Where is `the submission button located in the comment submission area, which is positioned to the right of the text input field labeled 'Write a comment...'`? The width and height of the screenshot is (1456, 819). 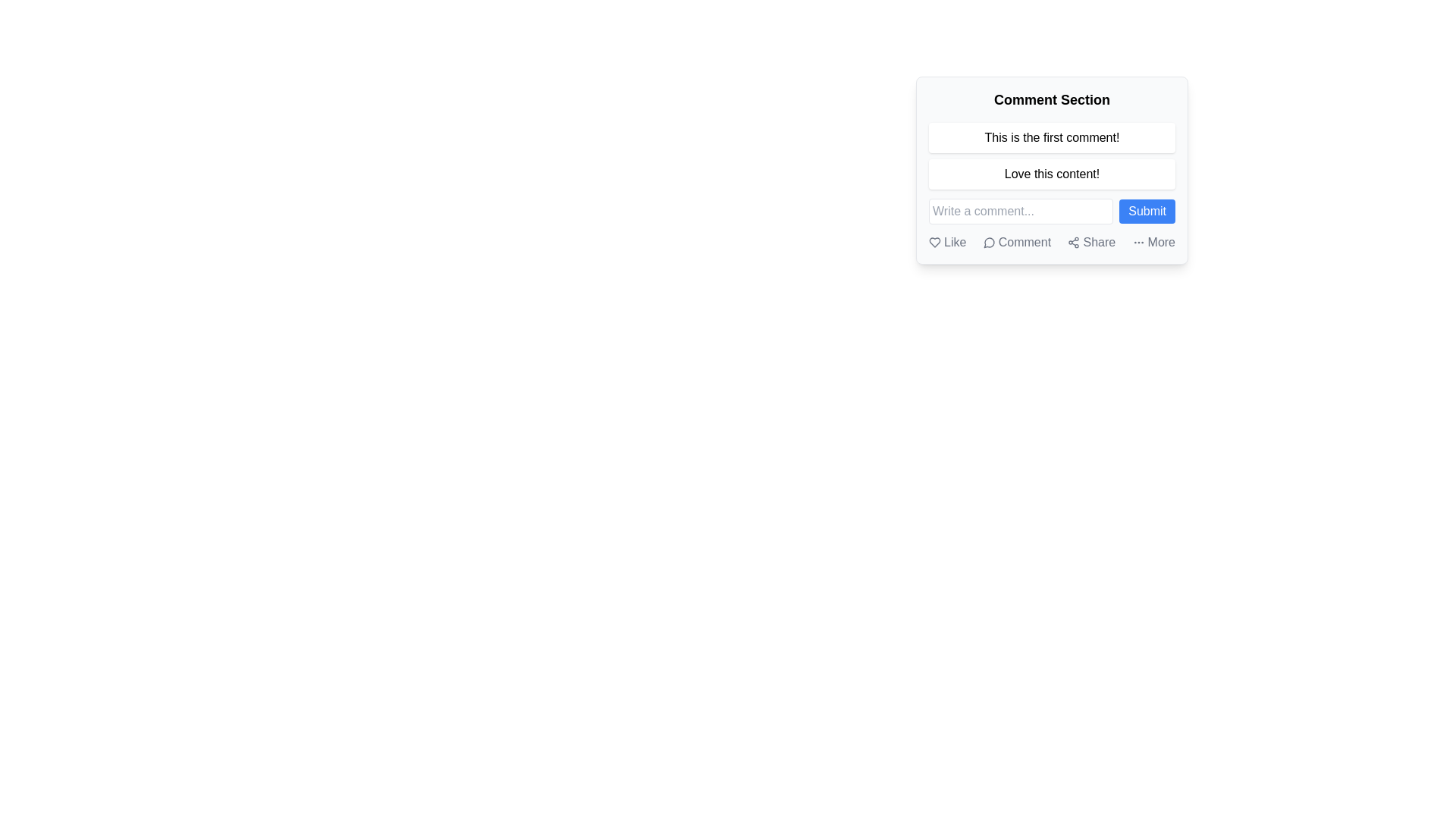
the submission button located in the comment submission area, which is positioned to the right of the text input field labeled 'Write a comment...' is located at coordinates (1147, 211).